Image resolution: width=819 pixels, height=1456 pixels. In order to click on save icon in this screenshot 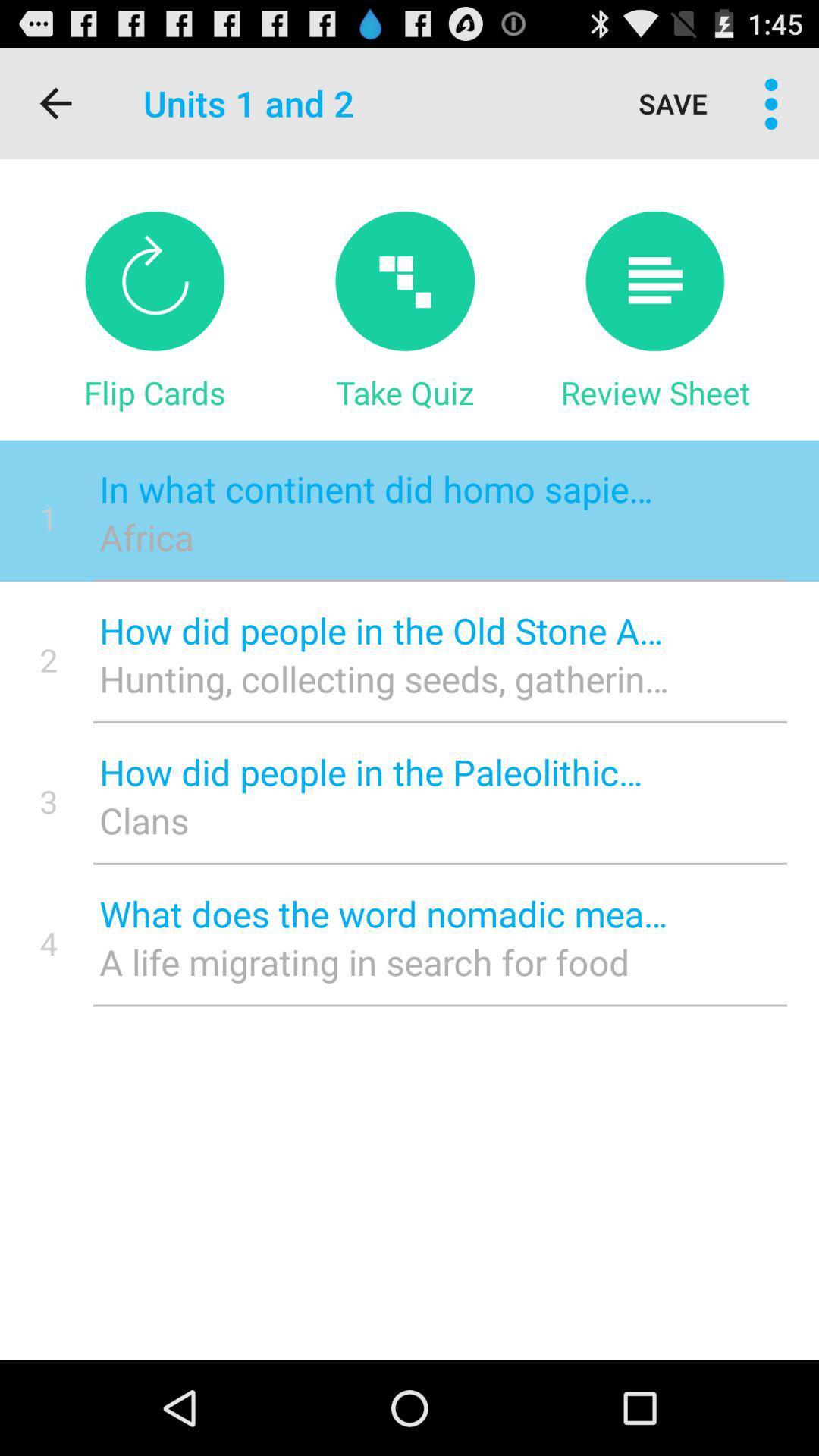, I will do `click(672, 102)`.